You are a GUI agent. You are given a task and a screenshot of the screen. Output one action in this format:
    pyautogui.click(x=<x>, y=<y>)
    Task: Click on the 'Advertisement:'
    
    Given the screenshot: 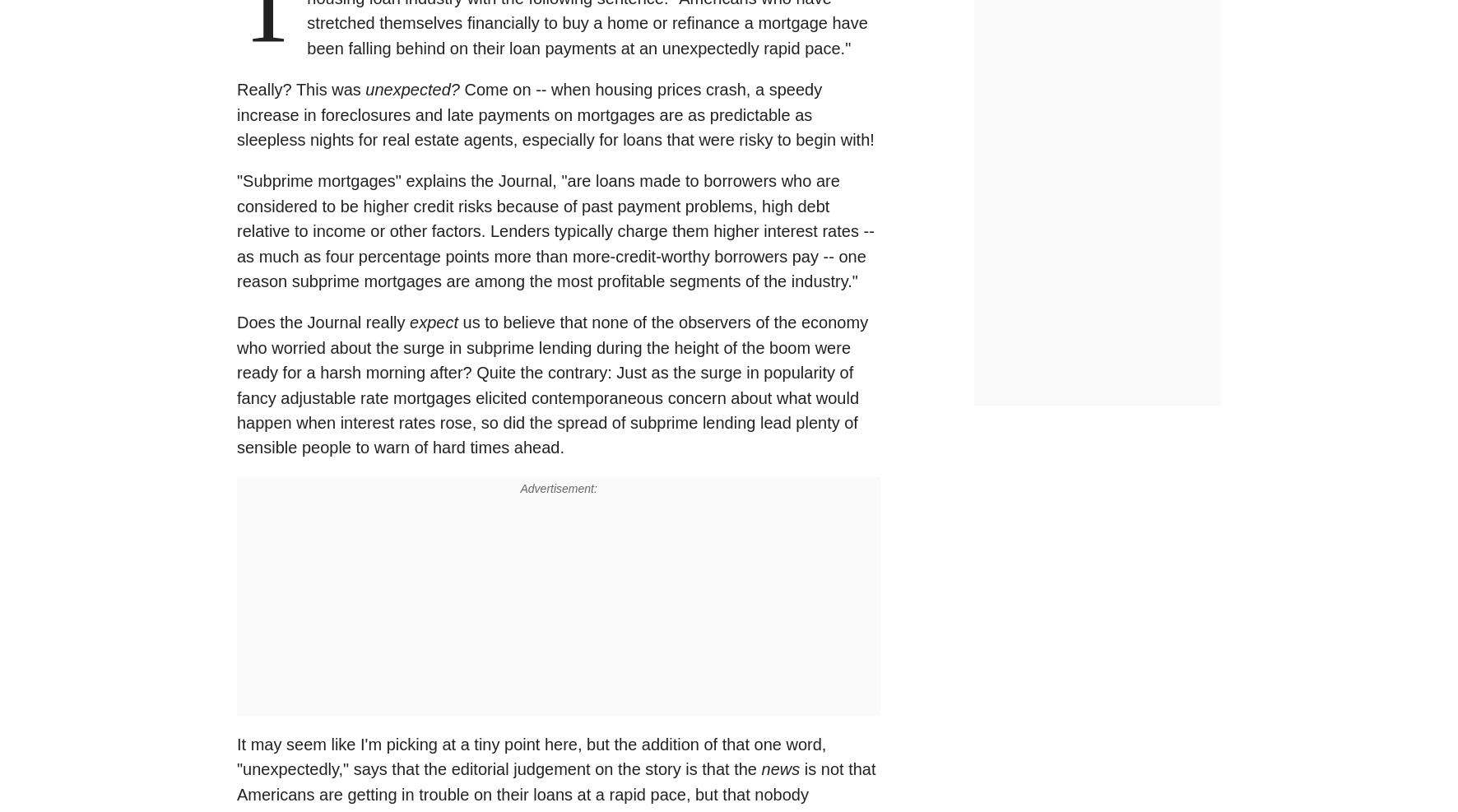 What is the action you would take?
    pyautogui.click(x=520, y=486)
    